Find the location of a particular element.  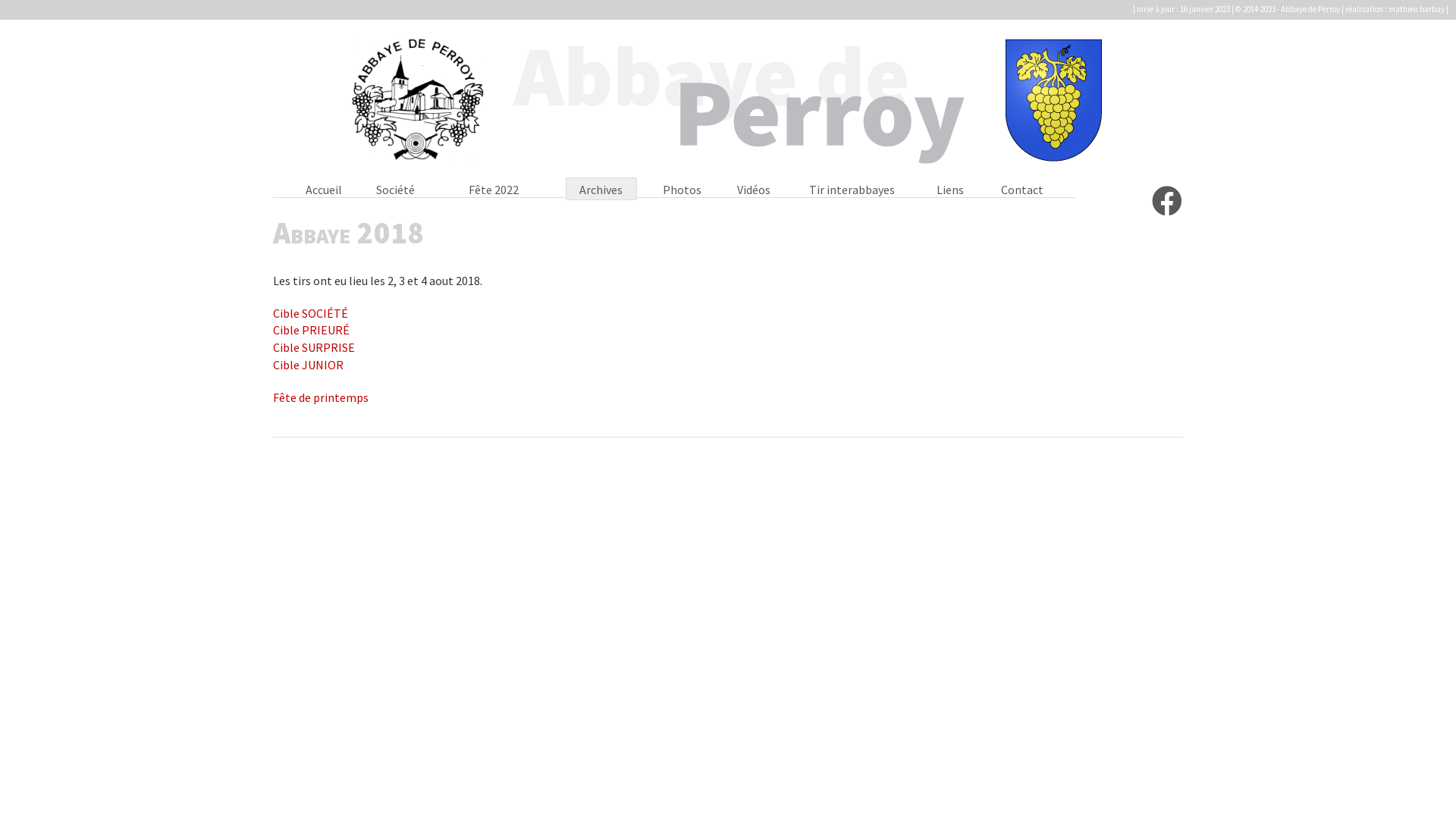

'mathieu barbay' is located at coordinates (1388, 8).